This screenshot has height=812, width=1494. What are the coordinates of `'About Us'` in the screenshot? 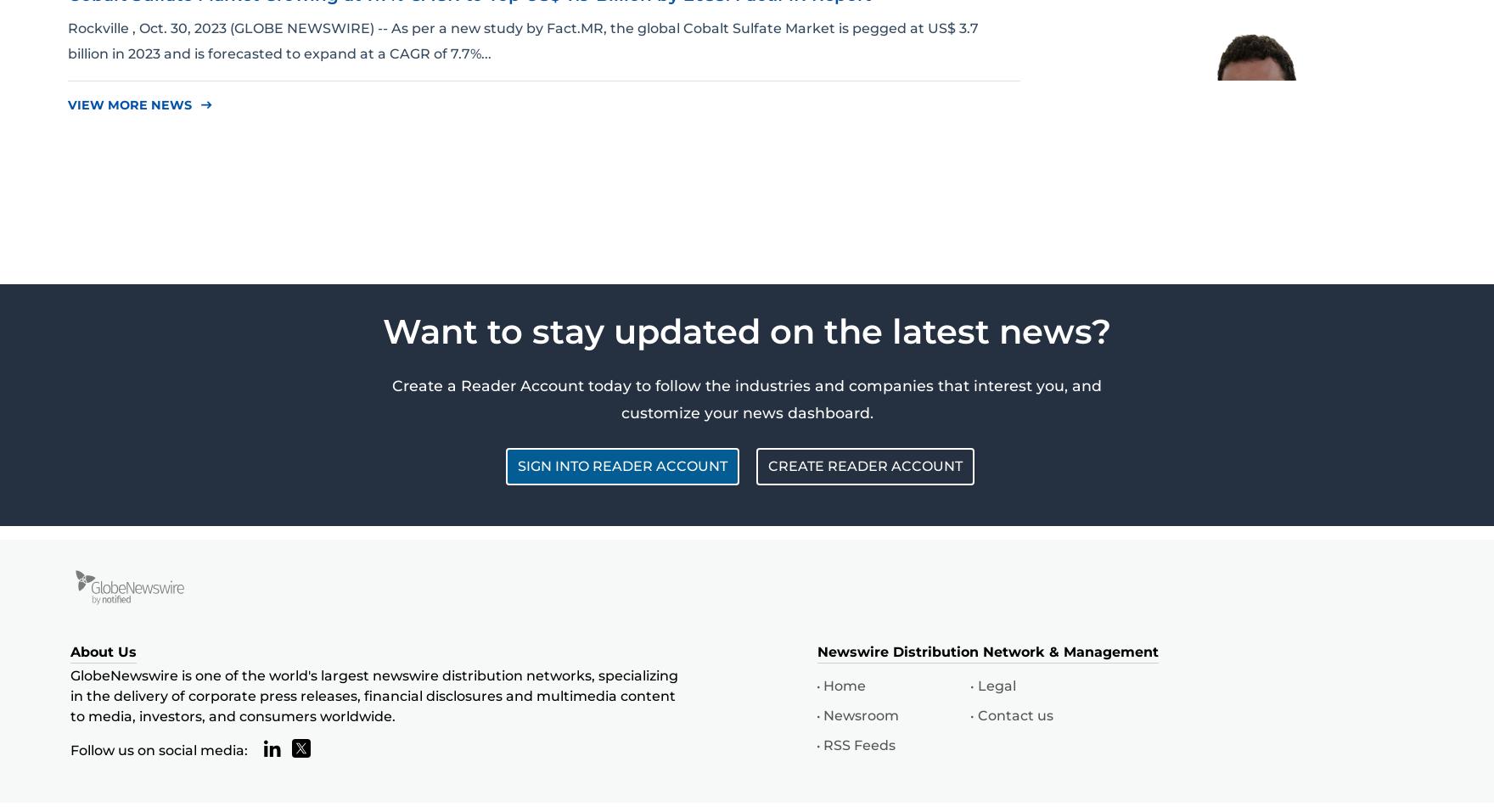 It's located at (70, 650).